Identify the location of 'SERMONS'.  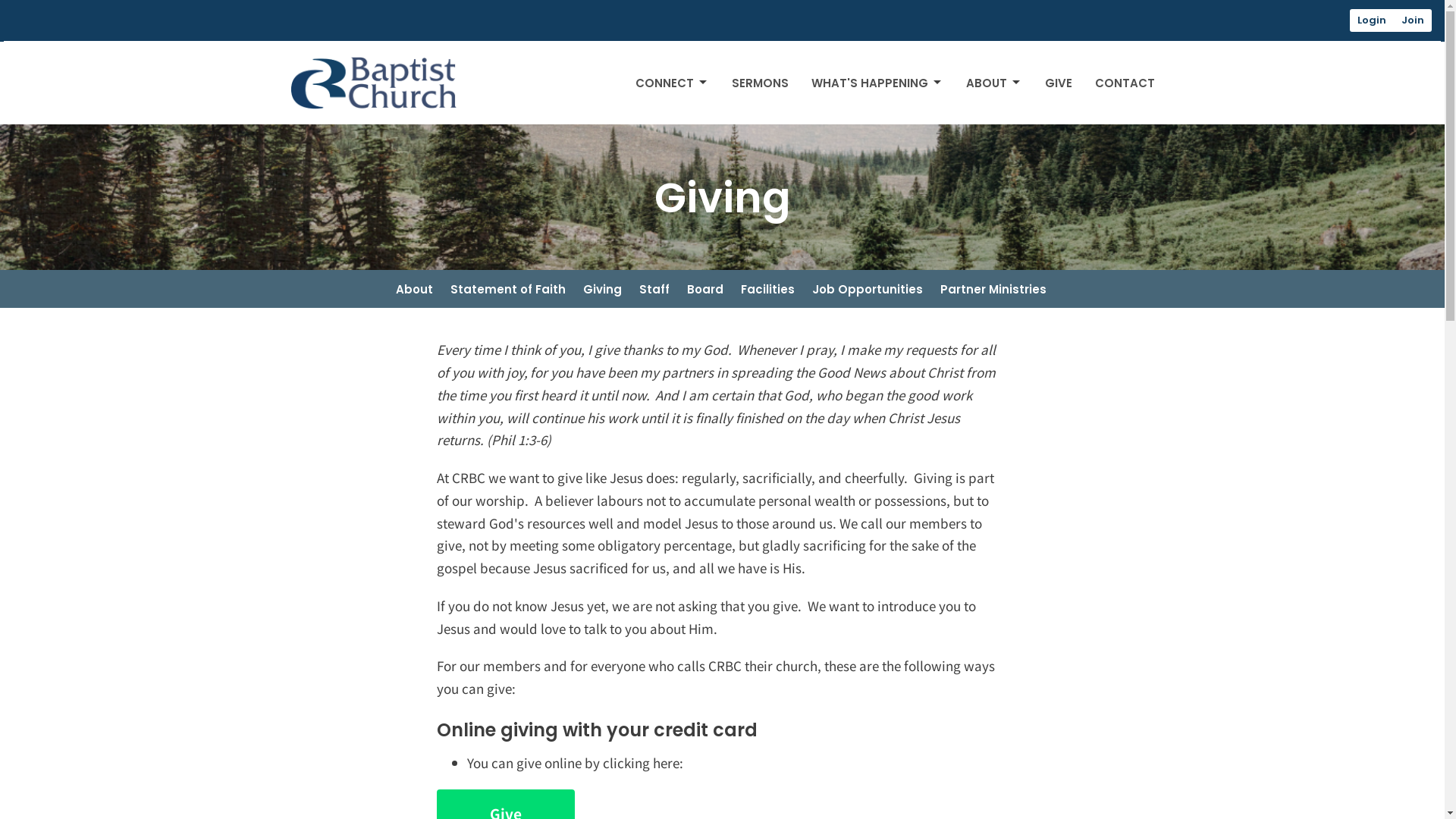
(759, 83).